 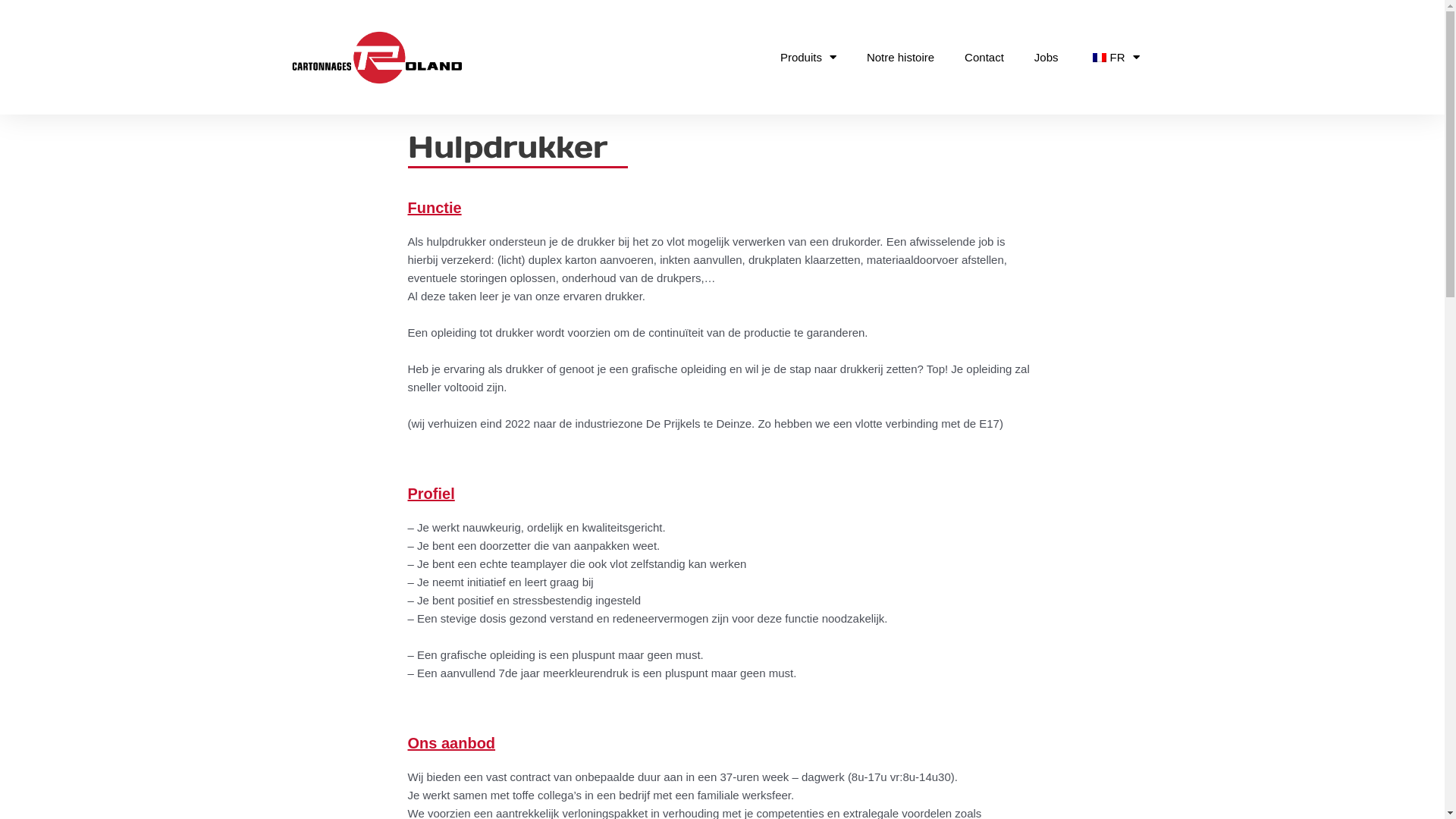 I want to click on 'FR', so click(x=1073, y=57).